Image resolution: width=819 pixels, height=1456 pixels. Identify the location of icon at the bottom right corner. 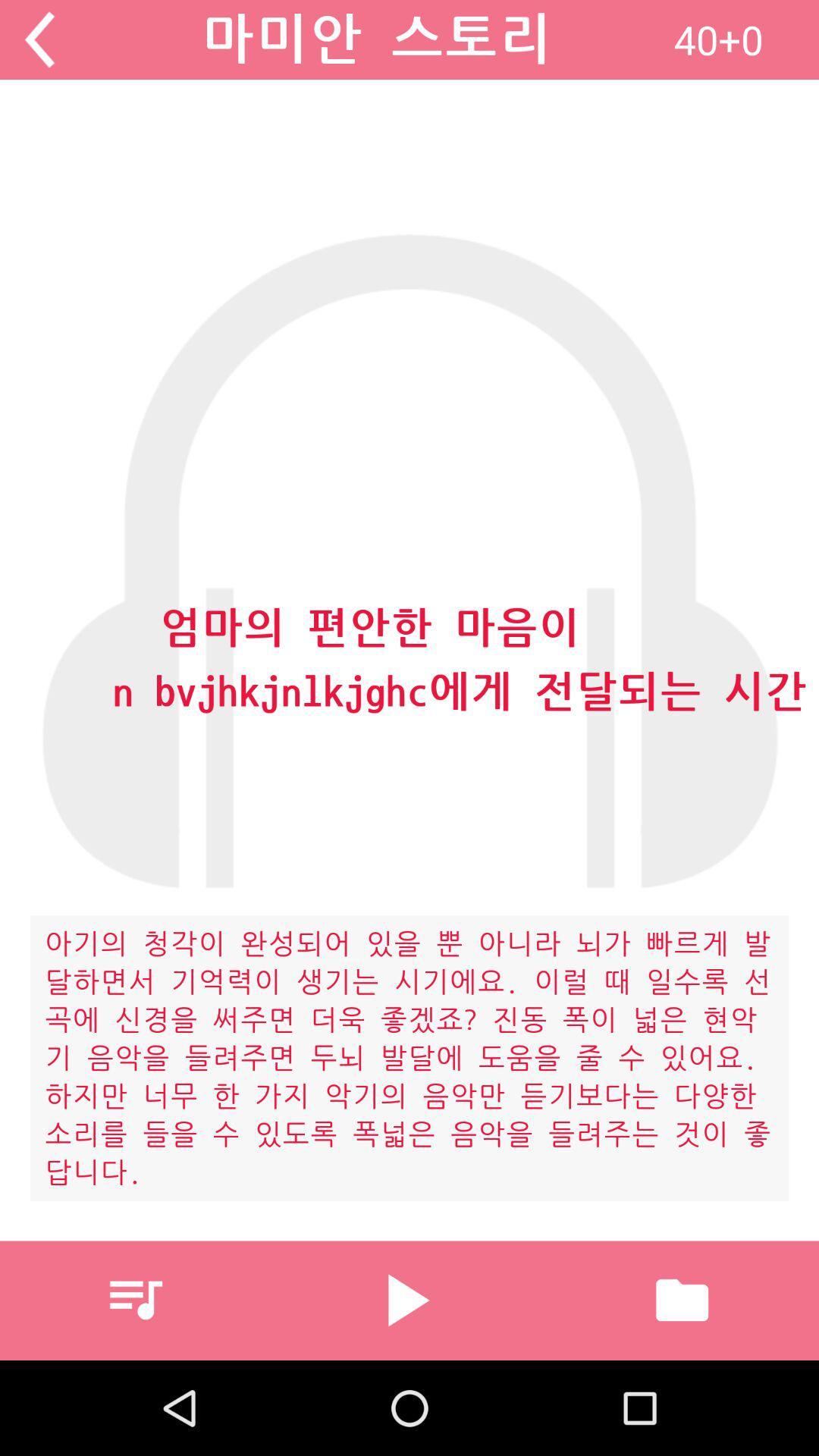
(681, 1299).